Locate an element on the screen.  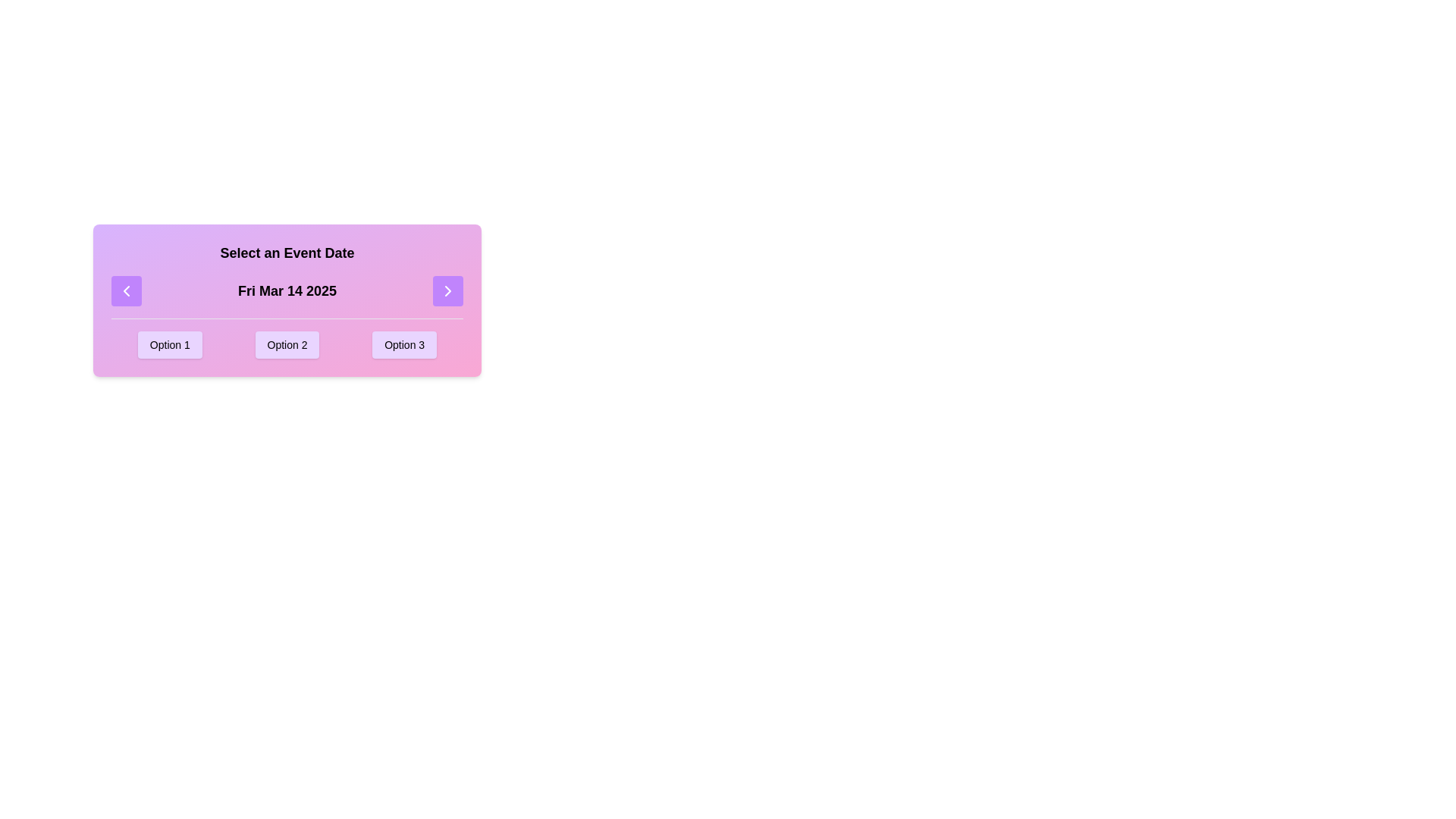
the navigational icon used to move forward in a sequence, located on the far right side of the date selection module is located at coordinates (447, 291).